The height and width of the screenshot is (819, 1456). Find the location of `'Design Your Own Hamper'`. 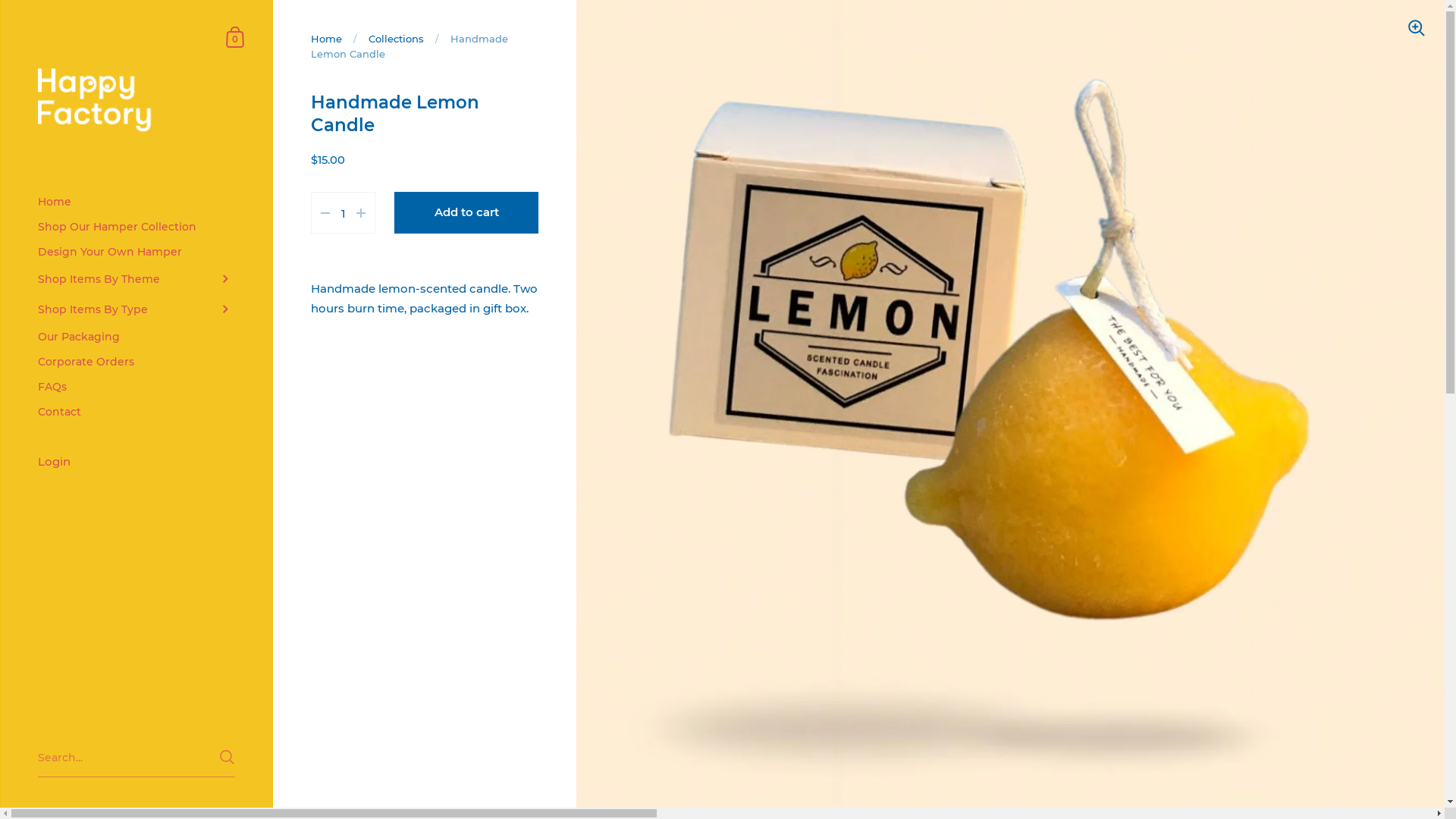

'Design Your Own Hamper' is located at coordinates (136, 251).